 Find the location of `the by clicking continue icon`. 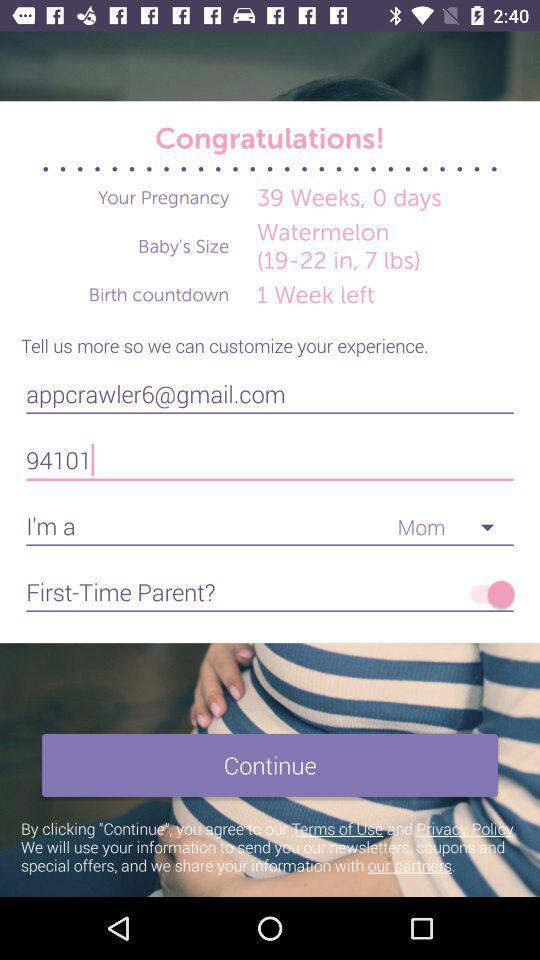

the by clicking continue icon is located at coordinates (270, 845).